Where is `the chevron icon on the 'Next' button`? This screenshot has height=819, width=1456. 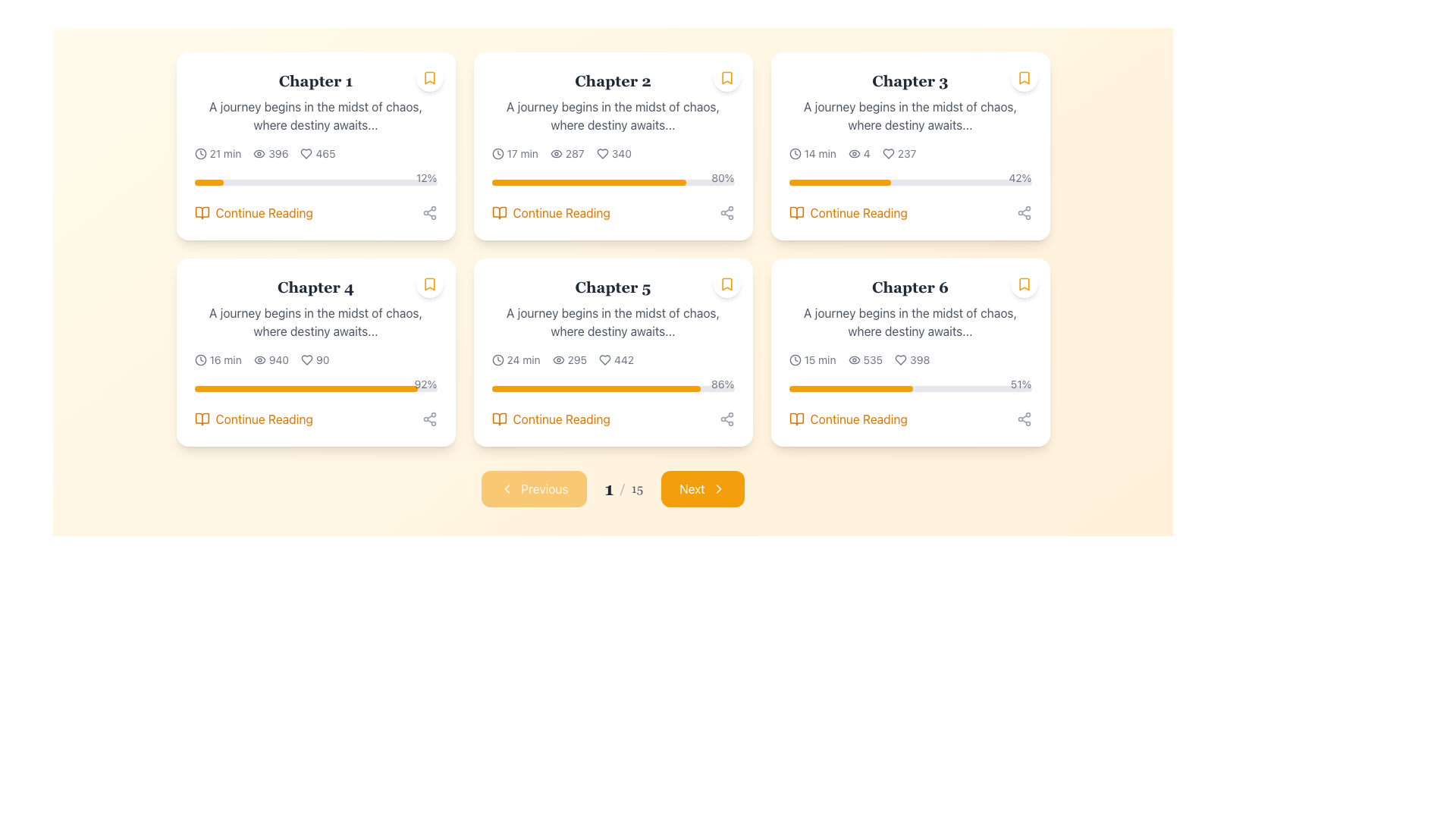
the chevron icon on the 'Next' button is located at coordinates (717, 488).